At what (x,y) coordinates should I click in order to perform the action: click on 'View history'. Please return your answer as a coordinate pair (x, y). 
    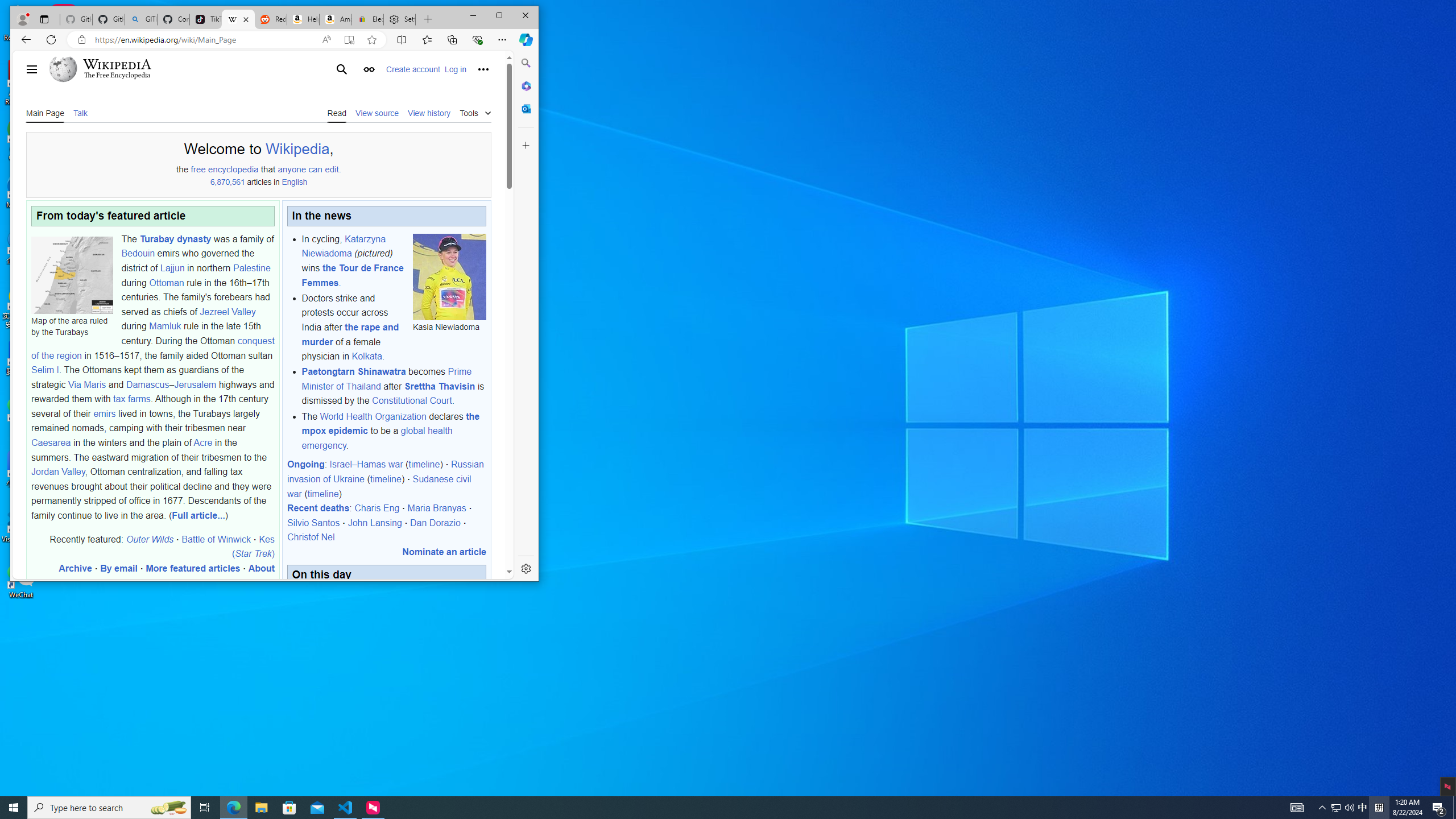
    Looking at the image, I should click on (429, 111).